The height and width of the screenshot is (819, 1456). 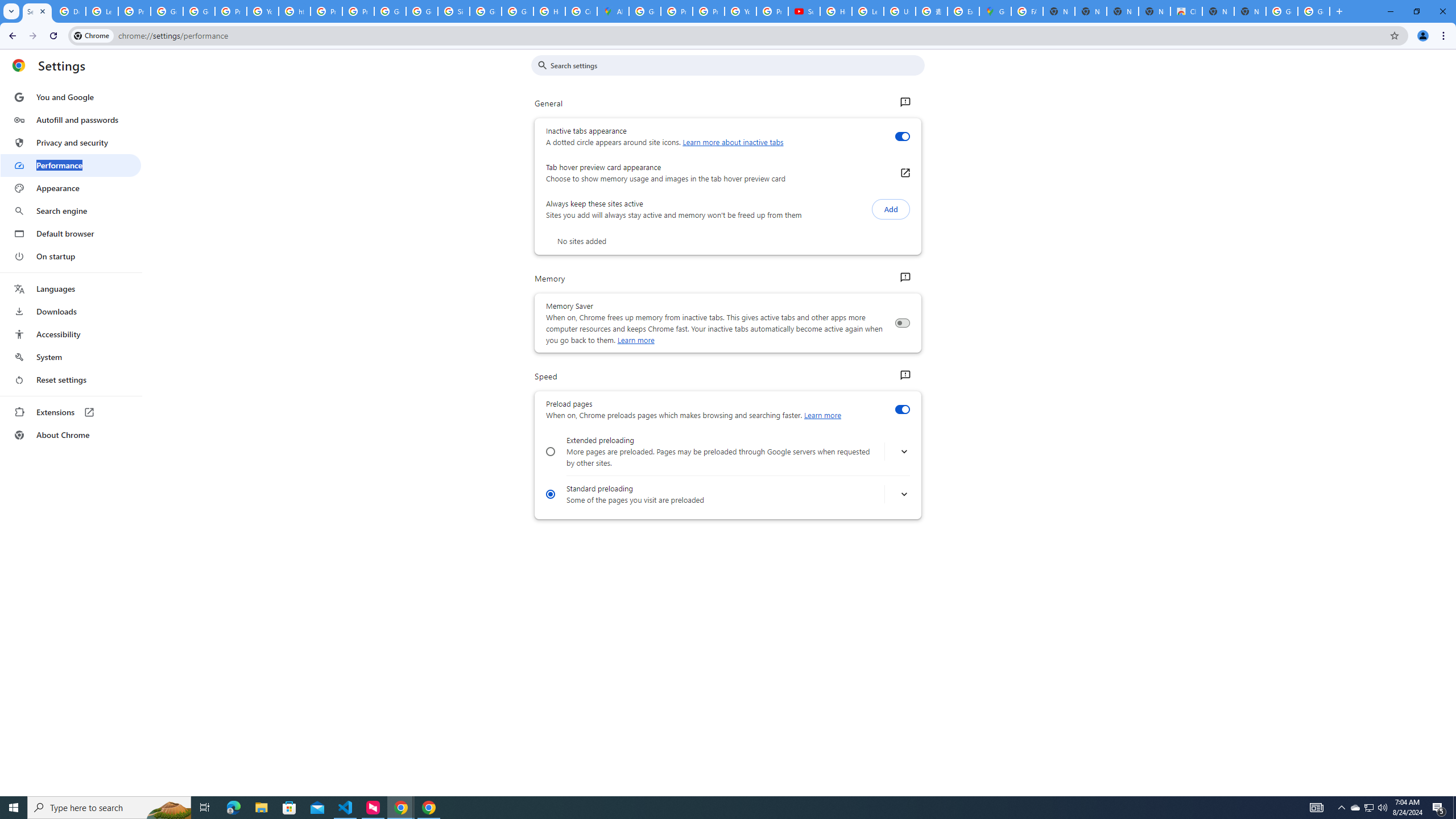 I want to click on 'Add to the "always keep these sites active" list', so click(x=890, y=209).